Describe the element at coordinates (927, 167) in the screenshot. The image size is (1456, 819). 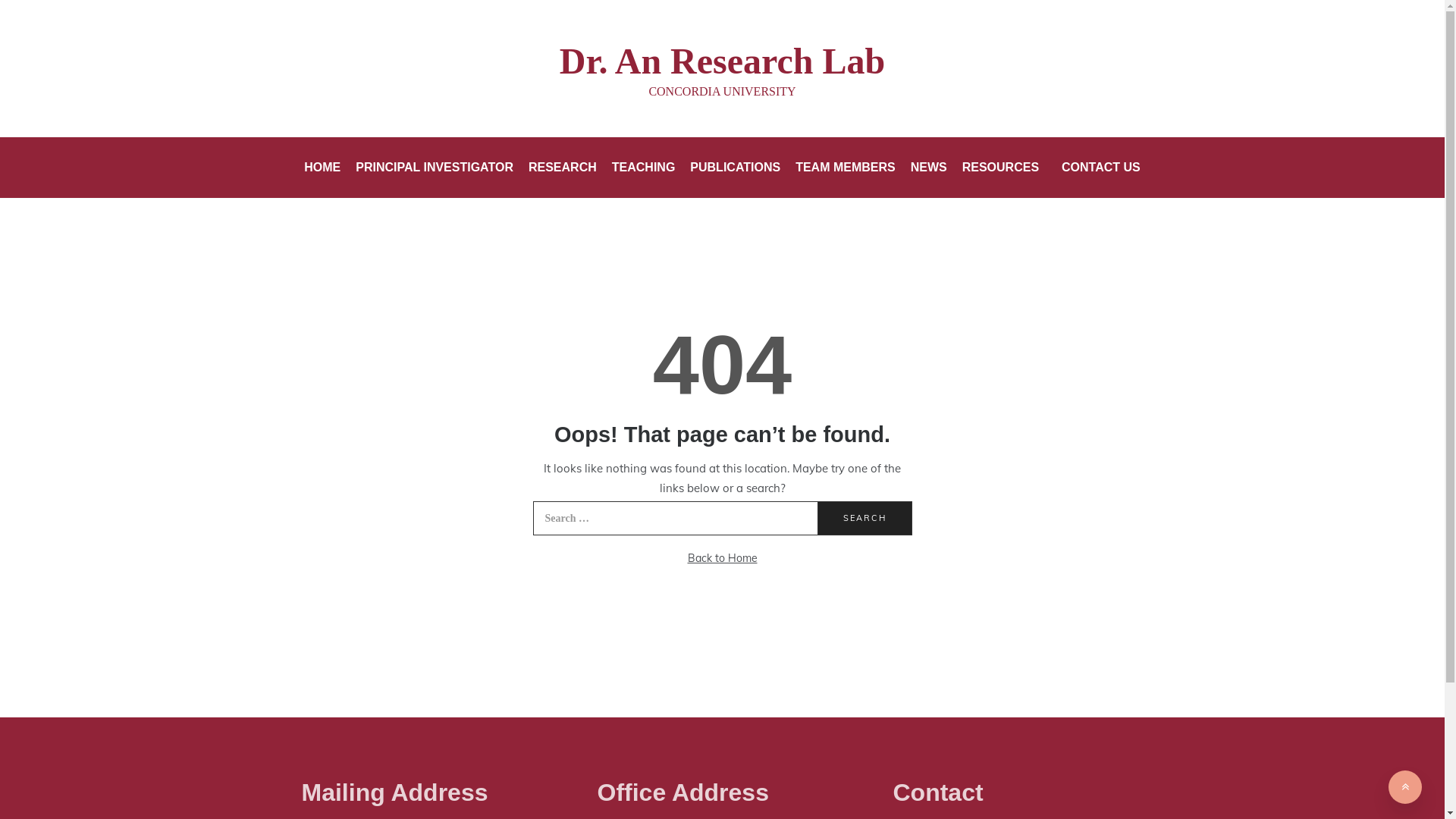
I see `'NEWS'` at that location.